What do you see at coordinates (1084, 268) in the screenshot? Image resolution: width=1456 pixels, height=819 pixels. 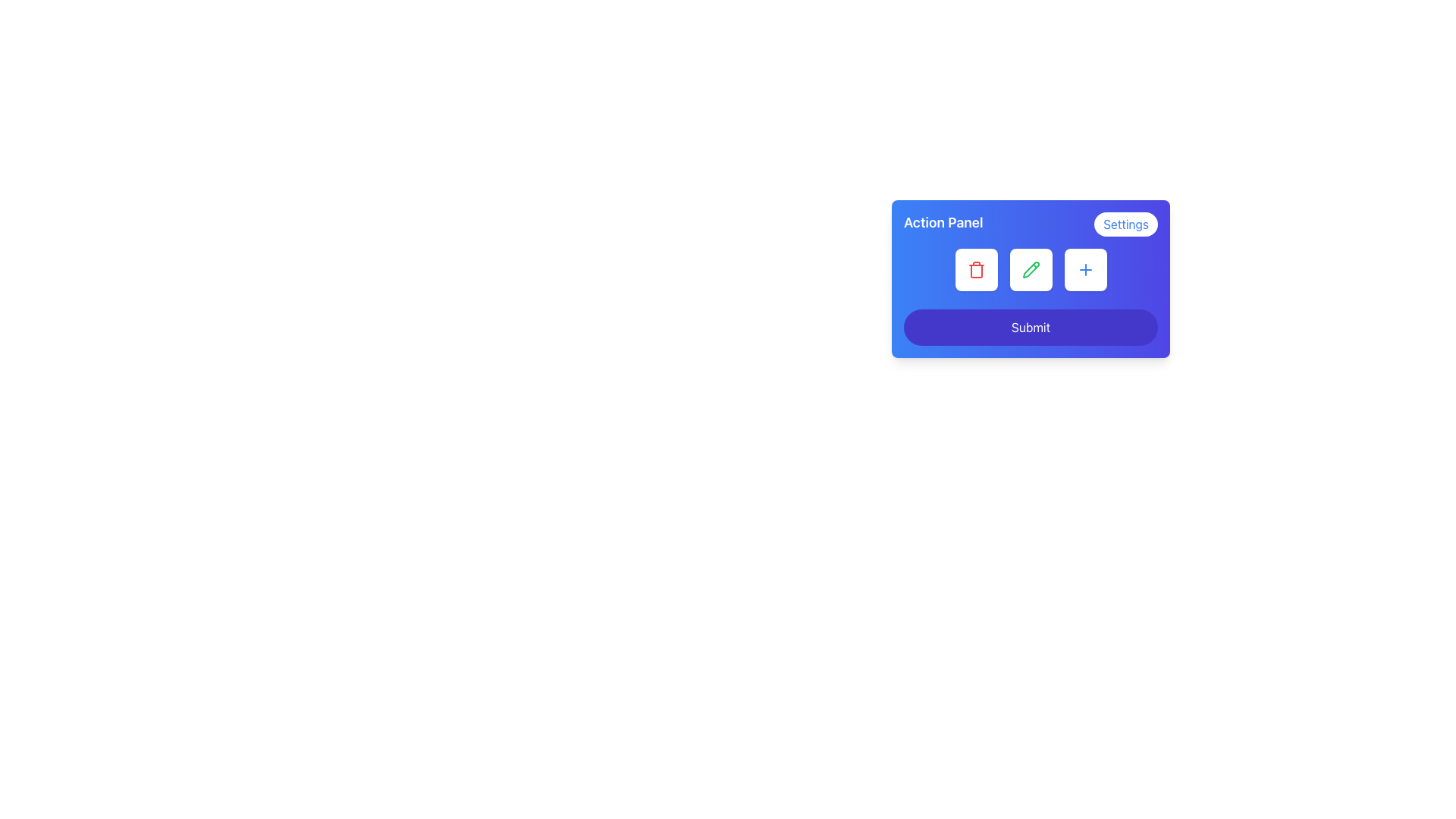 I see `the button that adds or creates new content, indicated by a plus icon, located centrally in the blue action panel and to the right of the green pencil icon` at bounding box center [1084, 268].